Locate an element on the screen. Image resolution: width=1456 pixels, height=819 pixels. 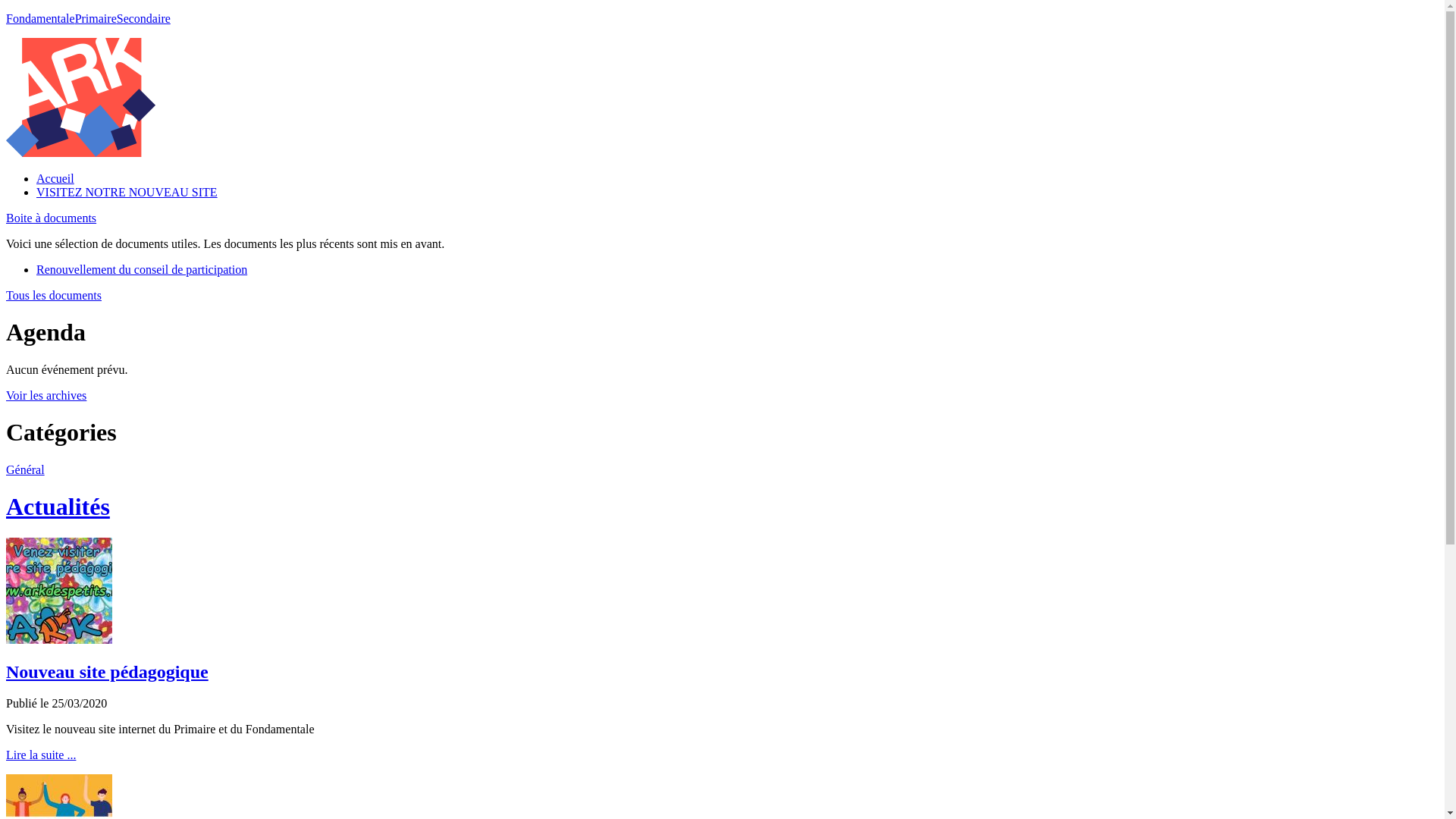
'Tous les documents' is located at coordinates (54, 295).